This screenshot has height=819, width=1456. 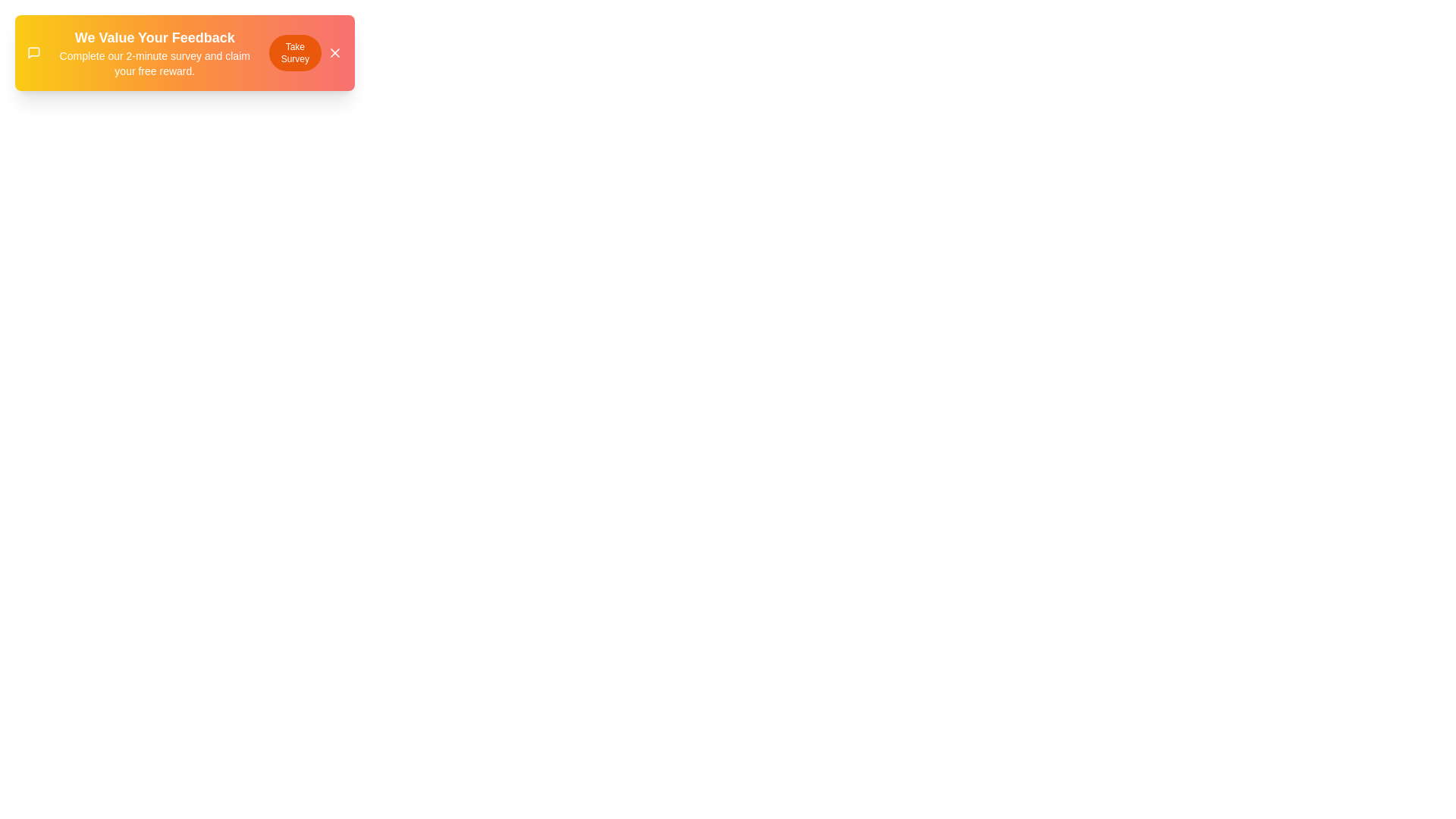 I want to click on the 'Take Survey' button to initiate the survey, so click(x=294, y=52).